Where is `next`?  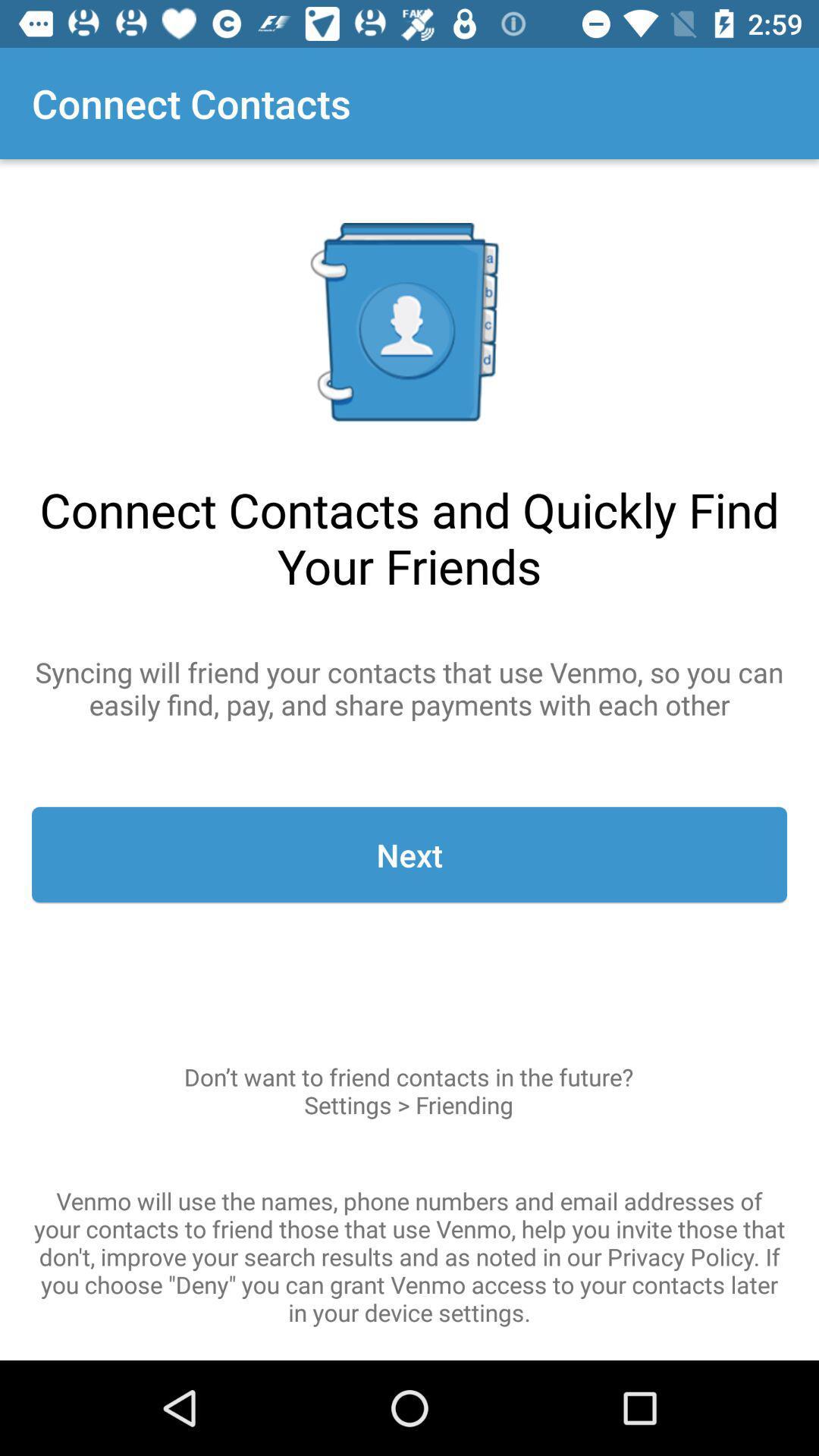
next is located at coordinates (409, 855).